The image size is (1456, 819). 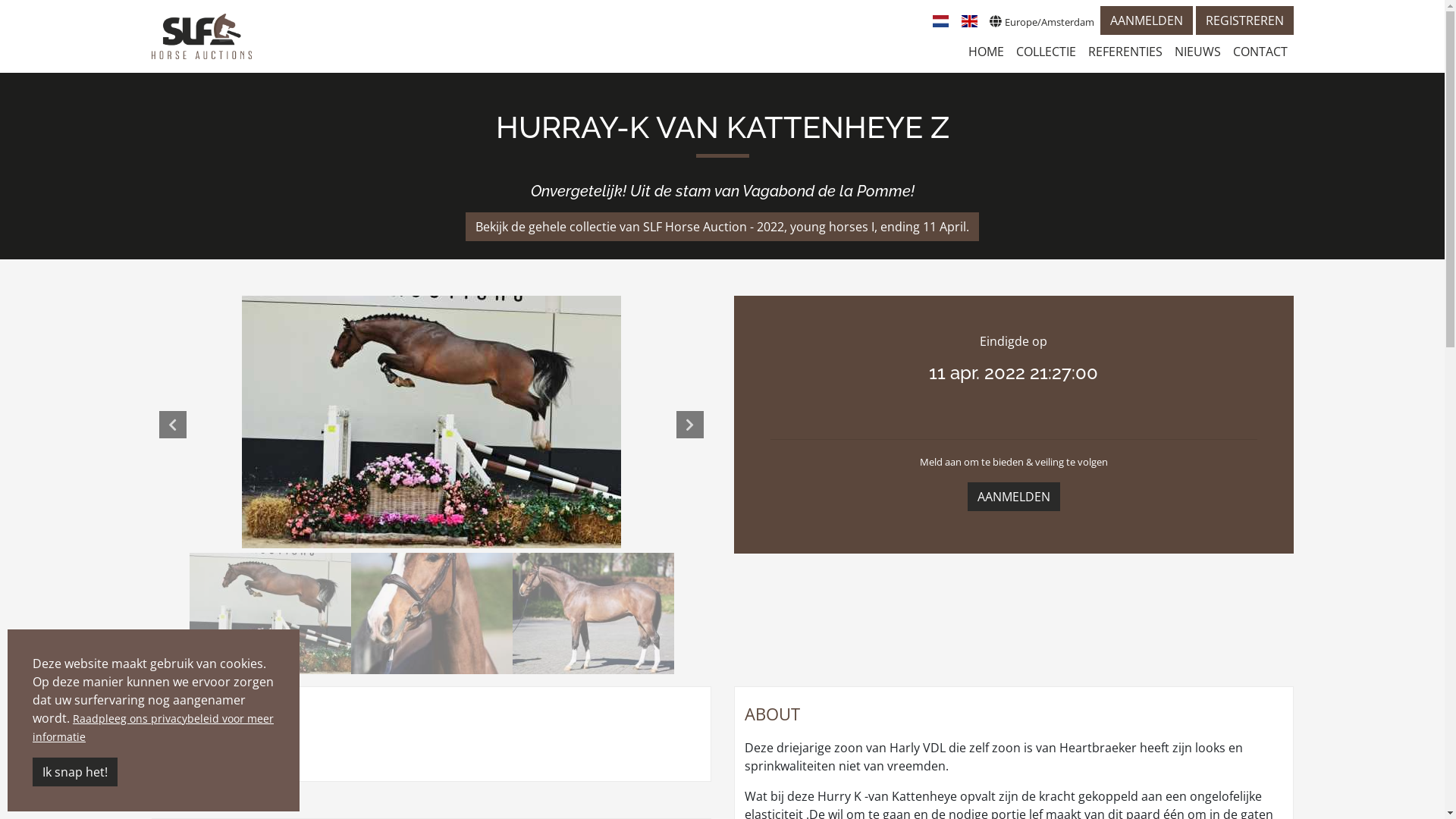 I want to click on 'CONTACT', so click(x=1260, y=51).